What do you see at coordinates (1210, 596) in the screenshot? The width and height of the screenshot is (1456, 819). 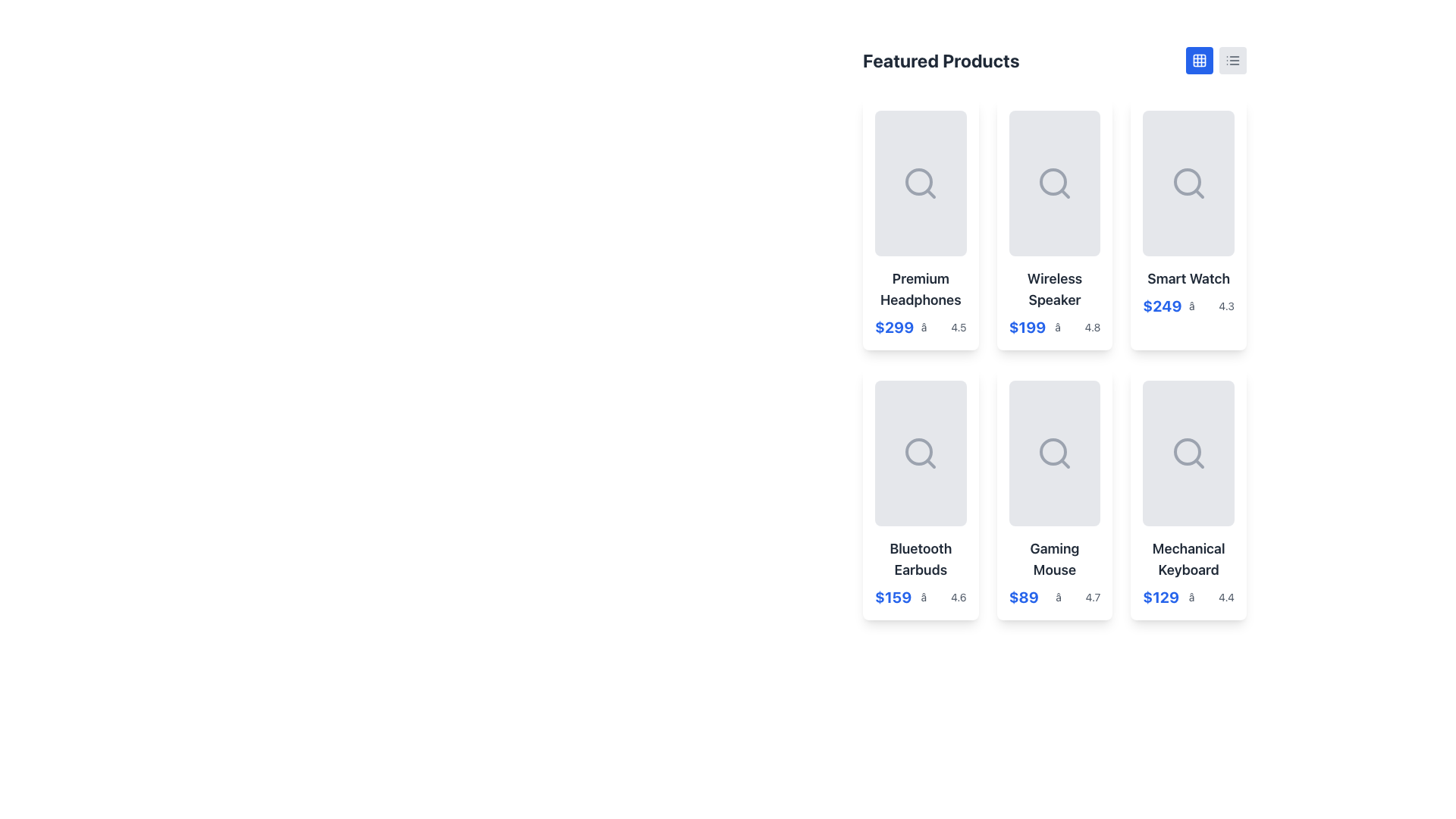 I see `the static text label displaying the rating '4.4' located beneath the product price '$129' in the Mechanical Keyboard product card` at bounding box center [1210, 596].